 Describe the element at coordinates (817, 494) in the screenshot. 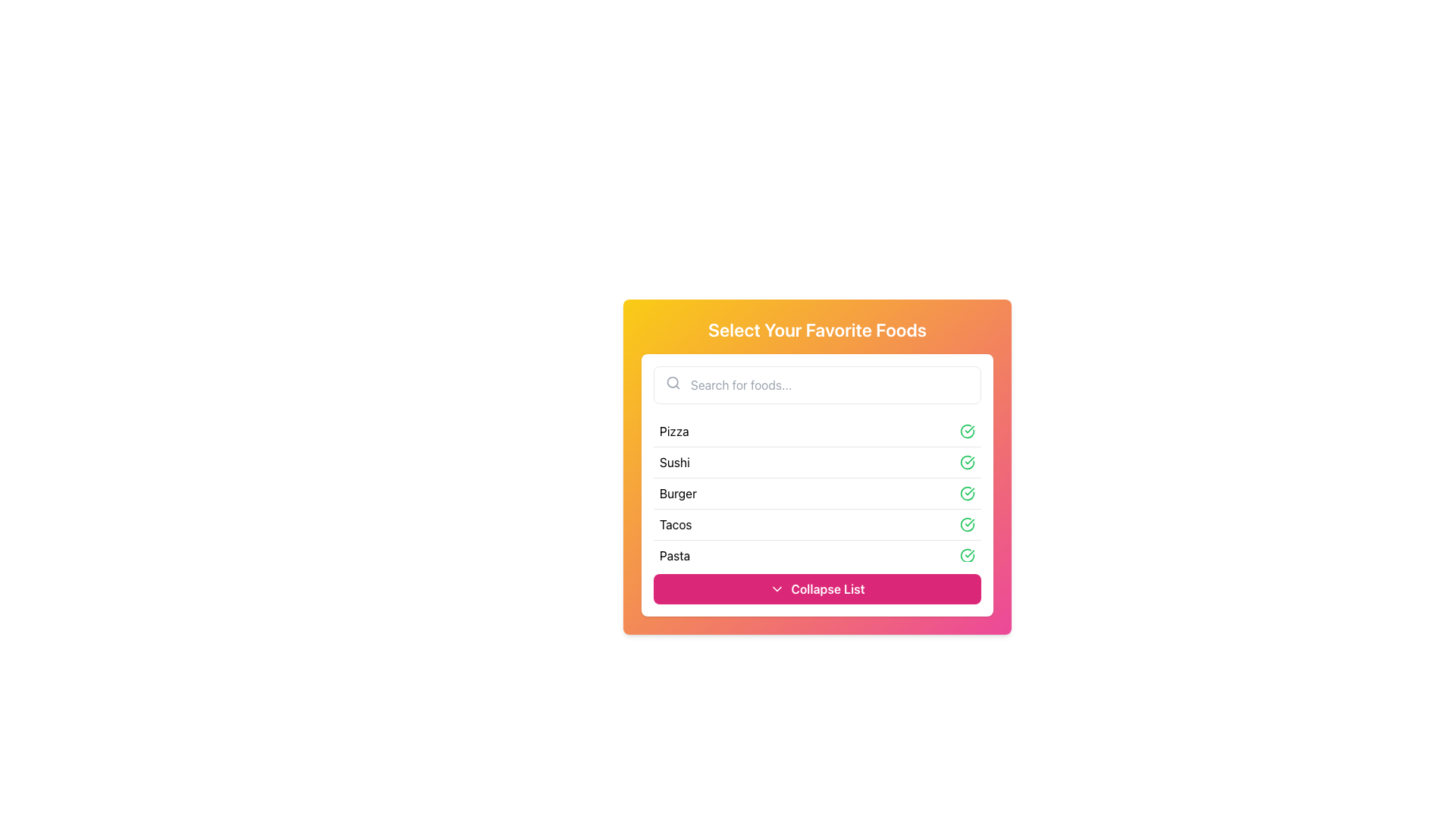

I see `the selectable list item indicating the option 'Burger', which is the third option in the list of food items, and is currently selected as indicated by the checkmark` at that location.